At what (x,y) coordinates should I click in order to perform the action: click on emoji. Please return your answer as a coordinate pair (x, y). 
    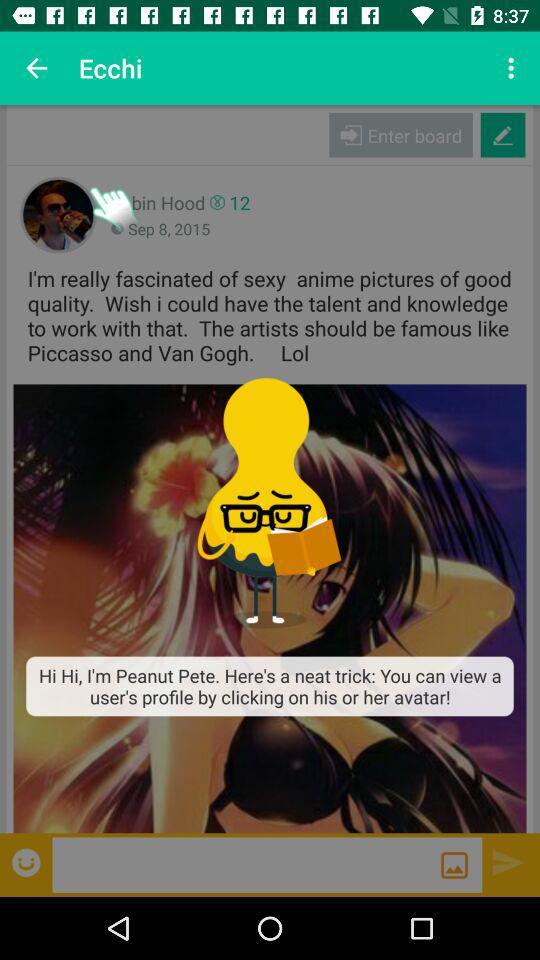
    Looking at the image, I should click on (27, 861).